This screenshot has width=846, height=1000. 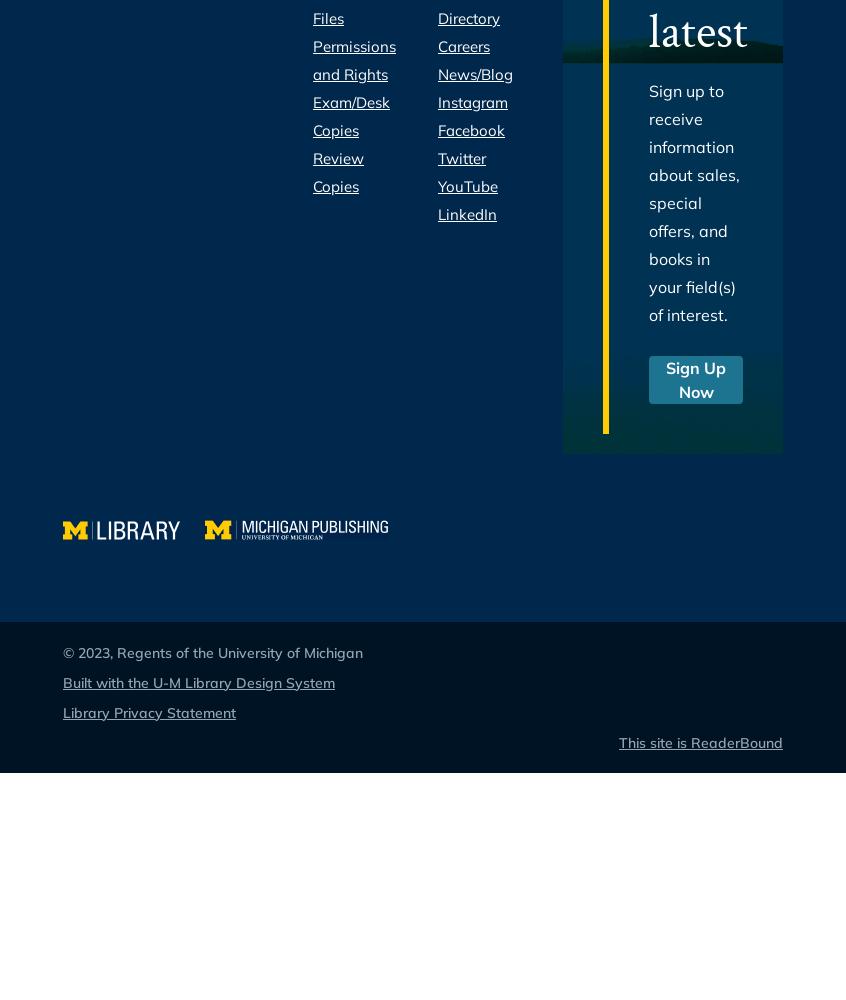 I want to click on 'Instagram', so click(x=471, y=101).